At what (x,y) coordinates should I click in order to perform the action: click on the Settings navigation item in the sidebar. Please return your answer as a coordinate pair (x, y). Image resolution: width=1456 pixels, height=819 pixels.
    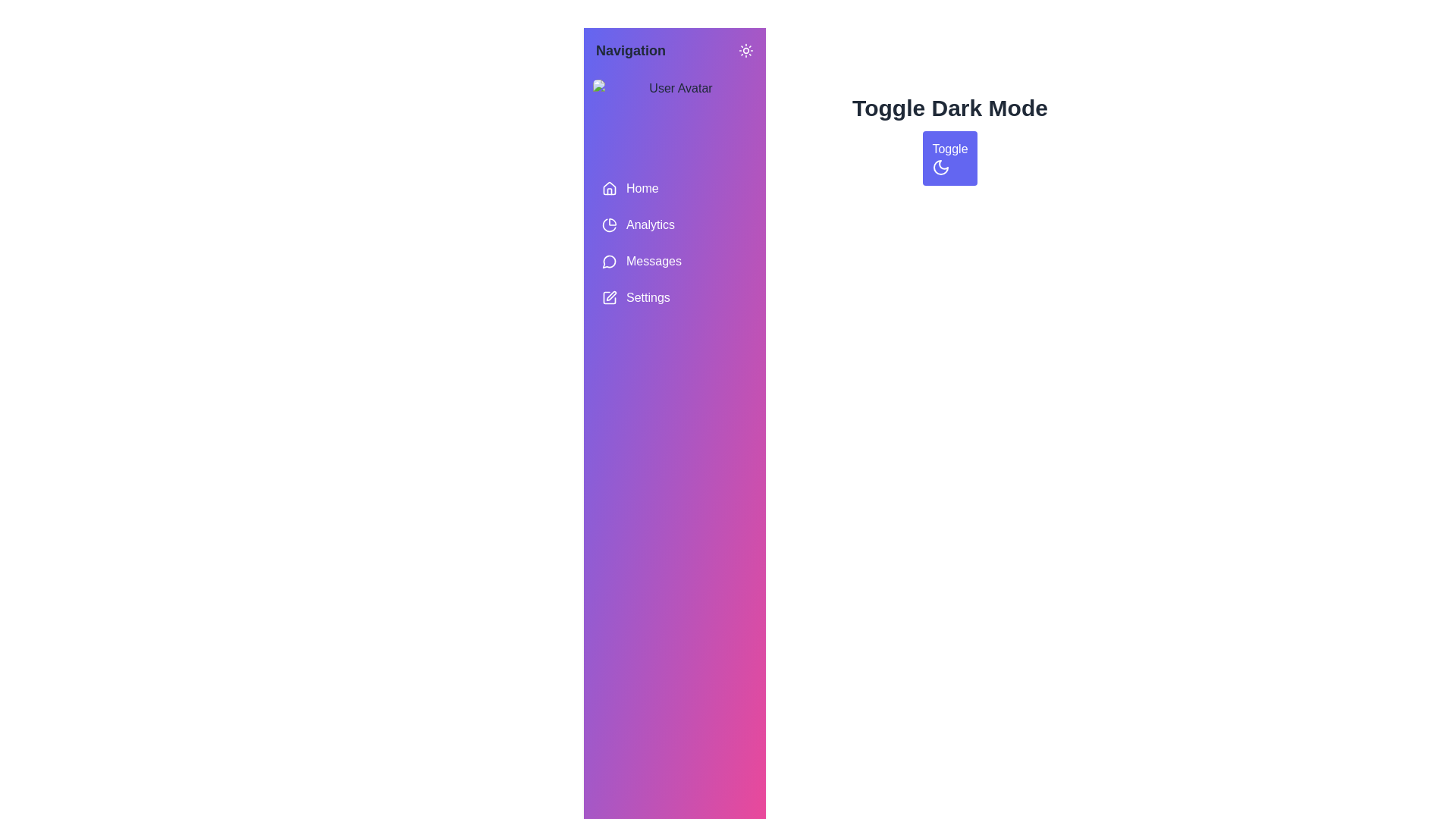
    Looking at the image, I should click on (673, 298).